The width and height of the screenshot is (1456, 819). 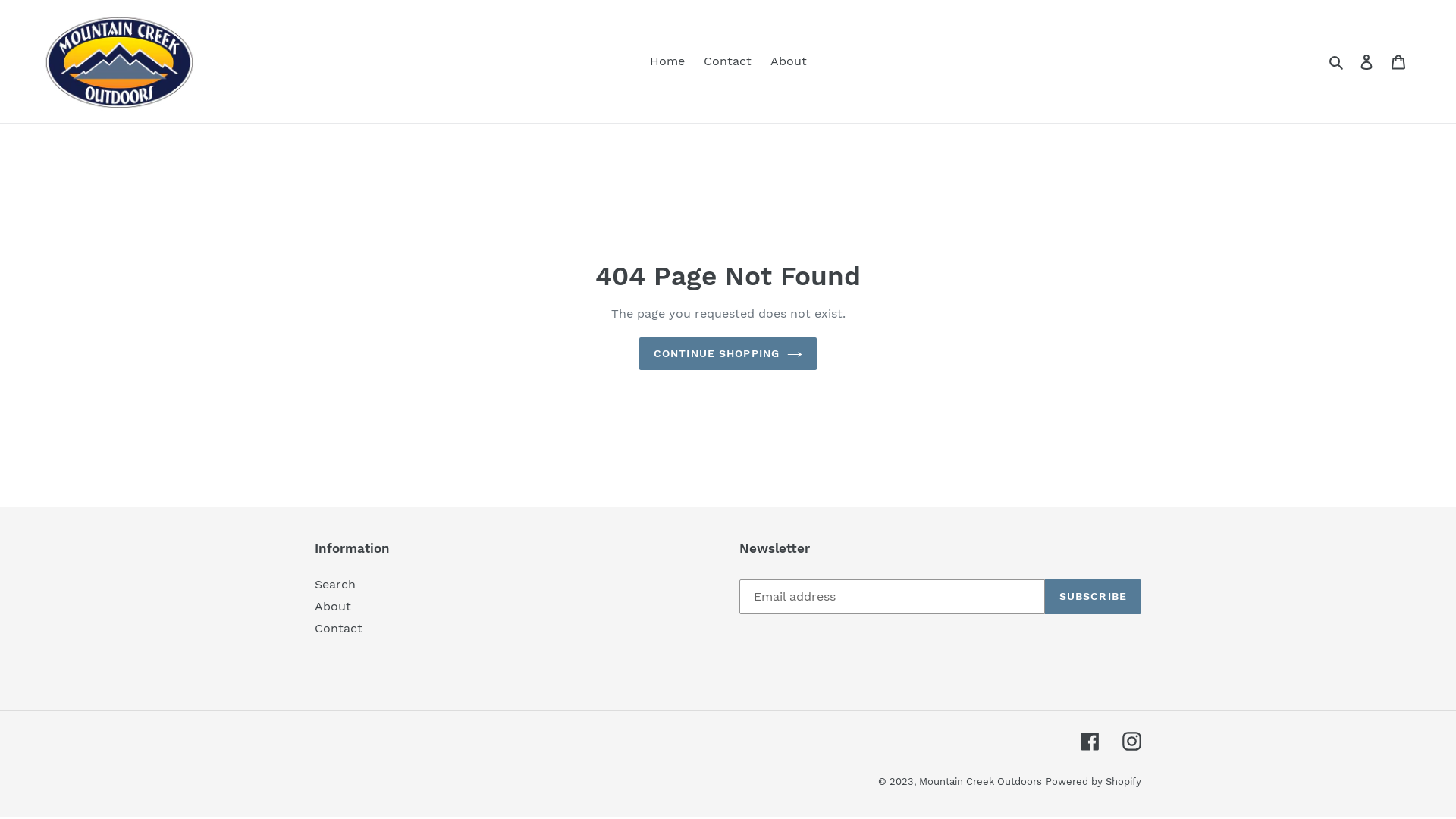 I want to click on 'Home', so click(x=666, y=61).